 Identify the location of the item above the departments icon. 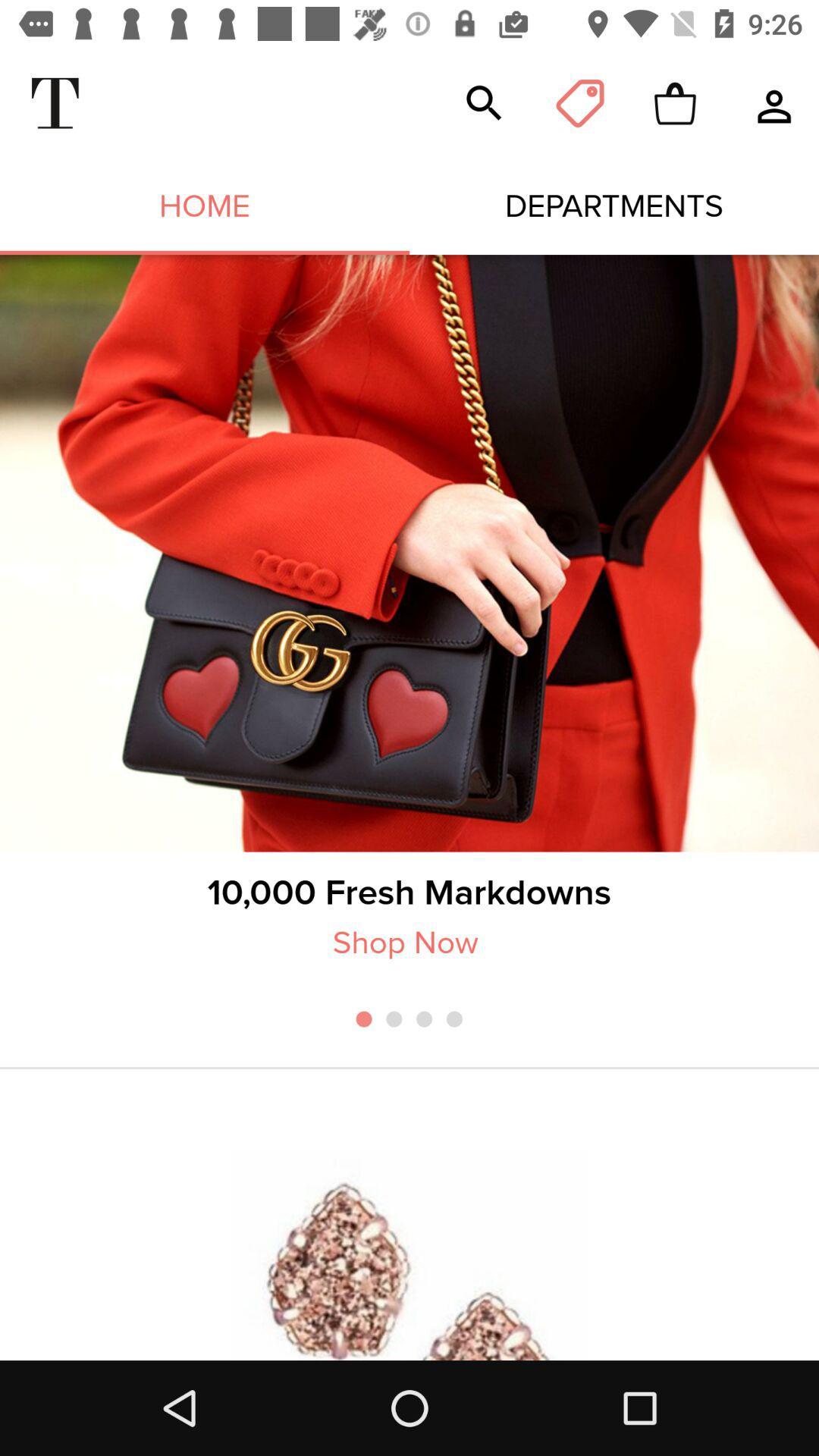
(485, 102).